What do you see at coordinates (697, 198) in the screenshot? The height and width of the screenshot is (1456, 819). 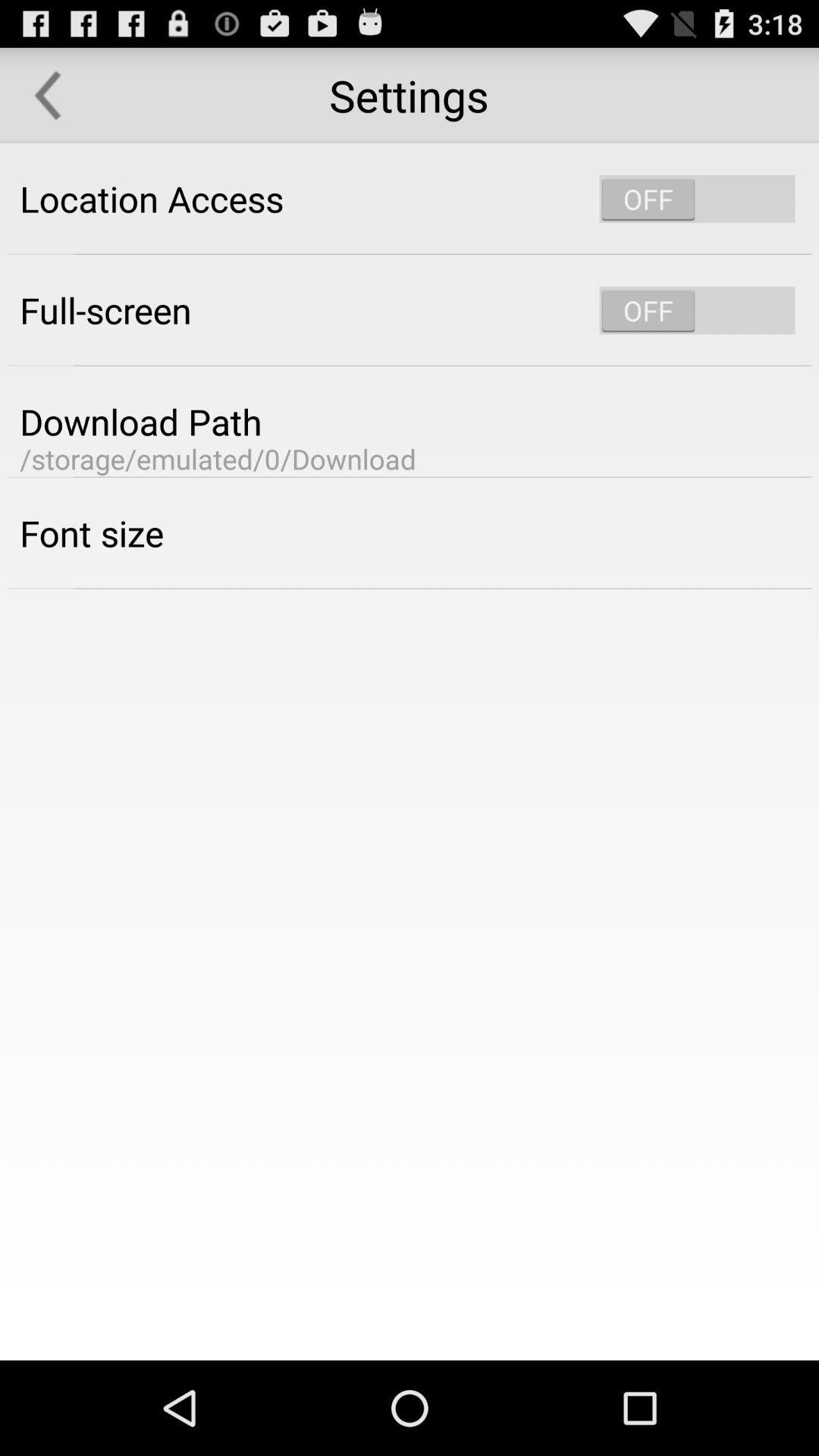 I see `the icon next to location access item` at bounding box center [697, 198].